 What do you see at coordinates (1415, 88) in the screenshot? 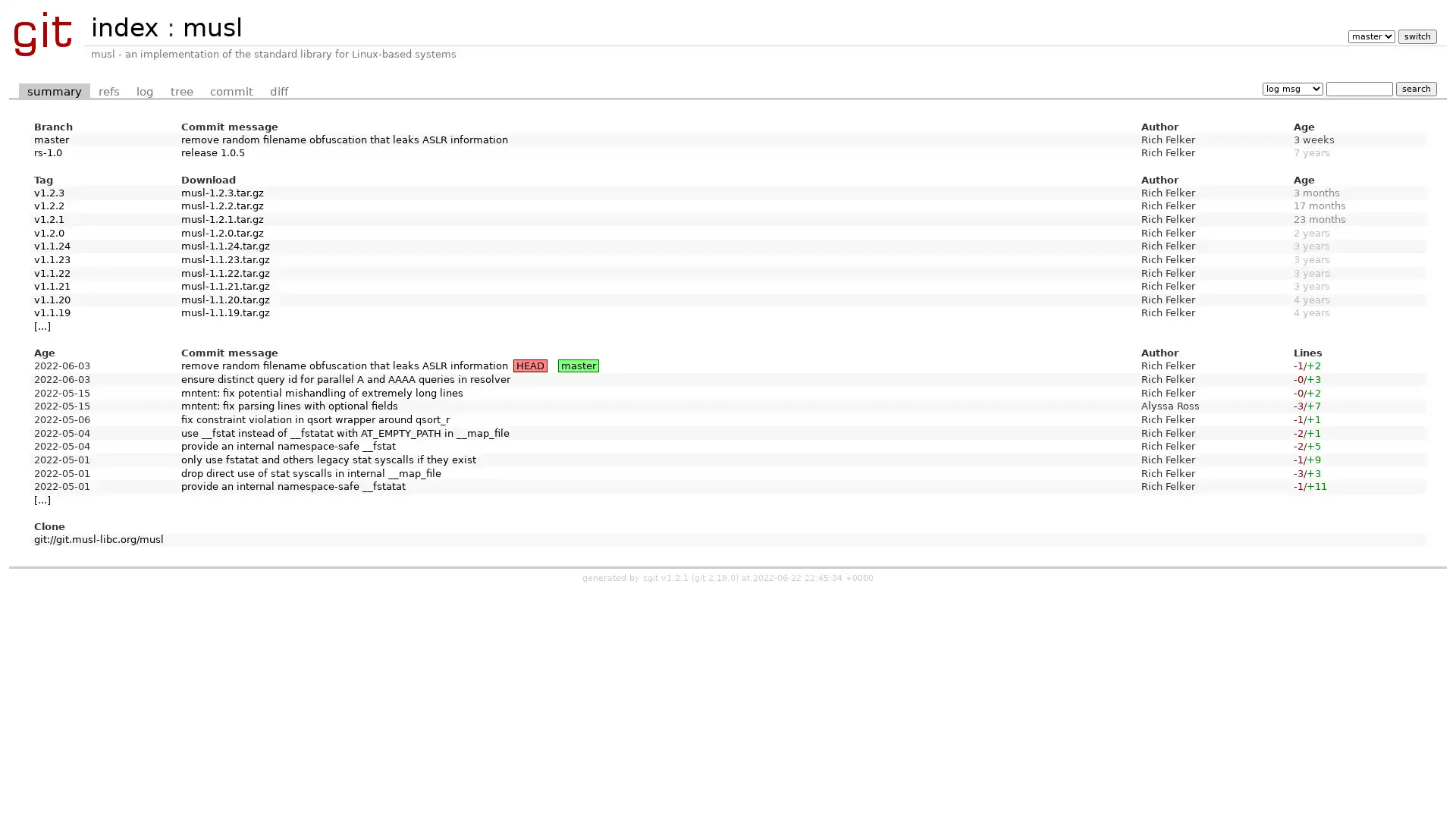
I see `search` at bounding box center [1415, 88].